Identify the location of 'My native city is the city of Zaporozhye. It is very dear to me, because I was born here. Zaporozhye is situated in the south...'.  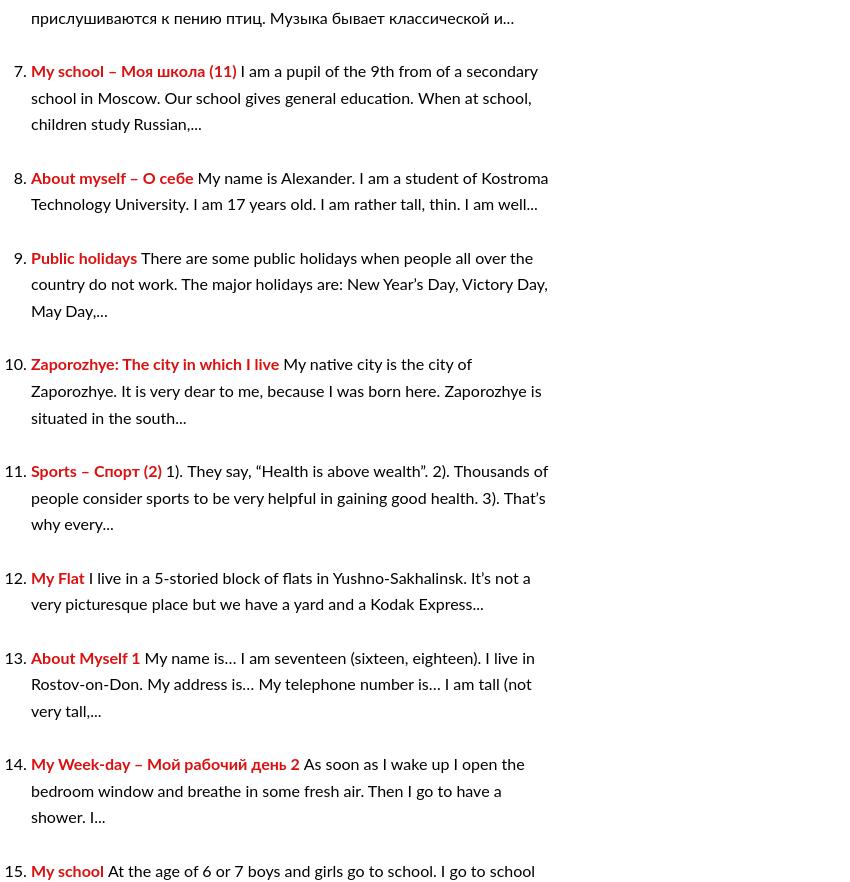
(285, 391).